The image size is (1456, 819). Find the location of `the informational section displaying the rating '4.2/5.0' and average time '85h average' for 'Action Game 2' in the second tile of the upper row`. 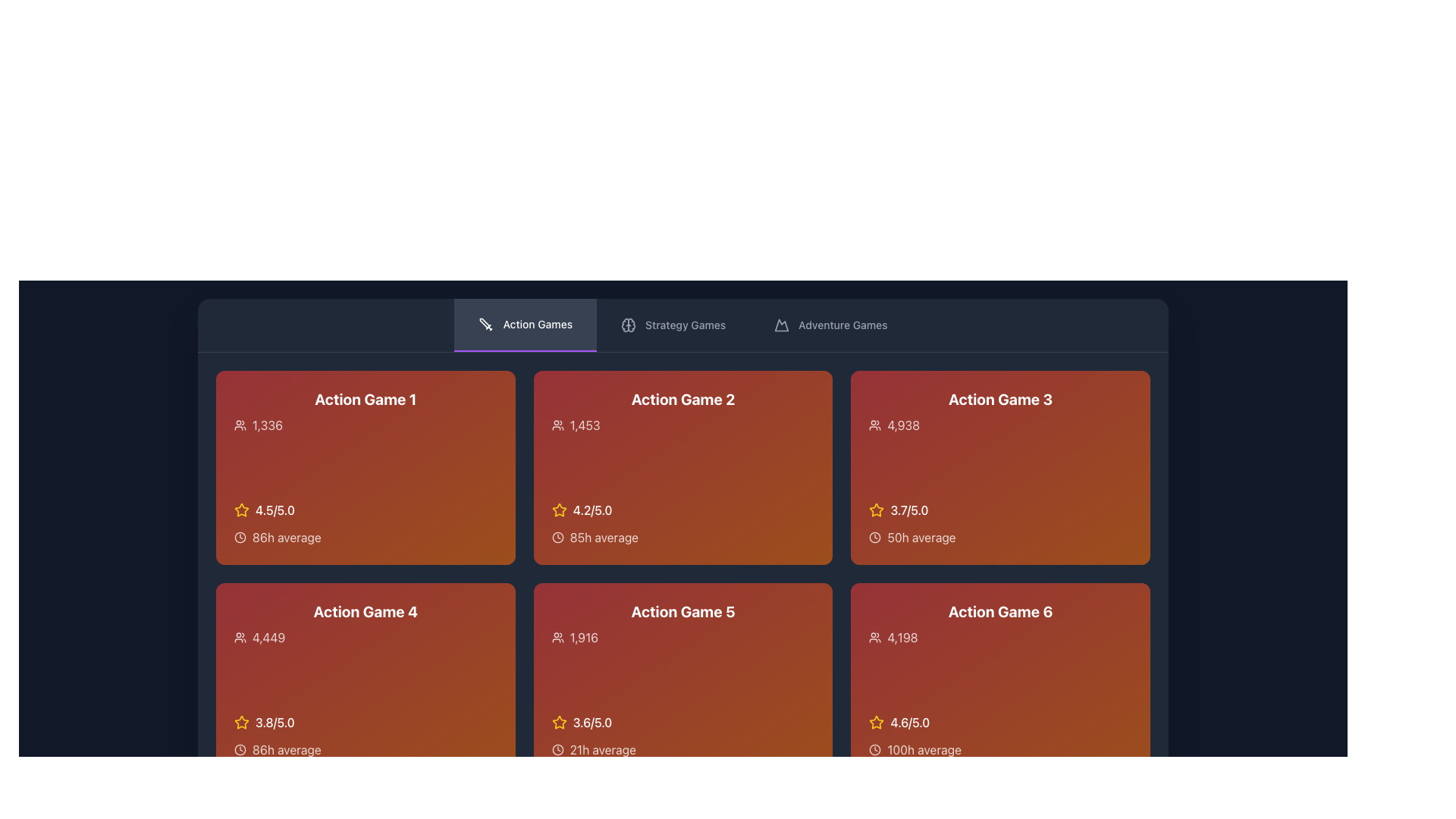

the informational section displaying the rating '4.2/5.0' and average time '85h average' for 'Action Game 2' in the second tile of the upper row is located at coordinates (682, 522).